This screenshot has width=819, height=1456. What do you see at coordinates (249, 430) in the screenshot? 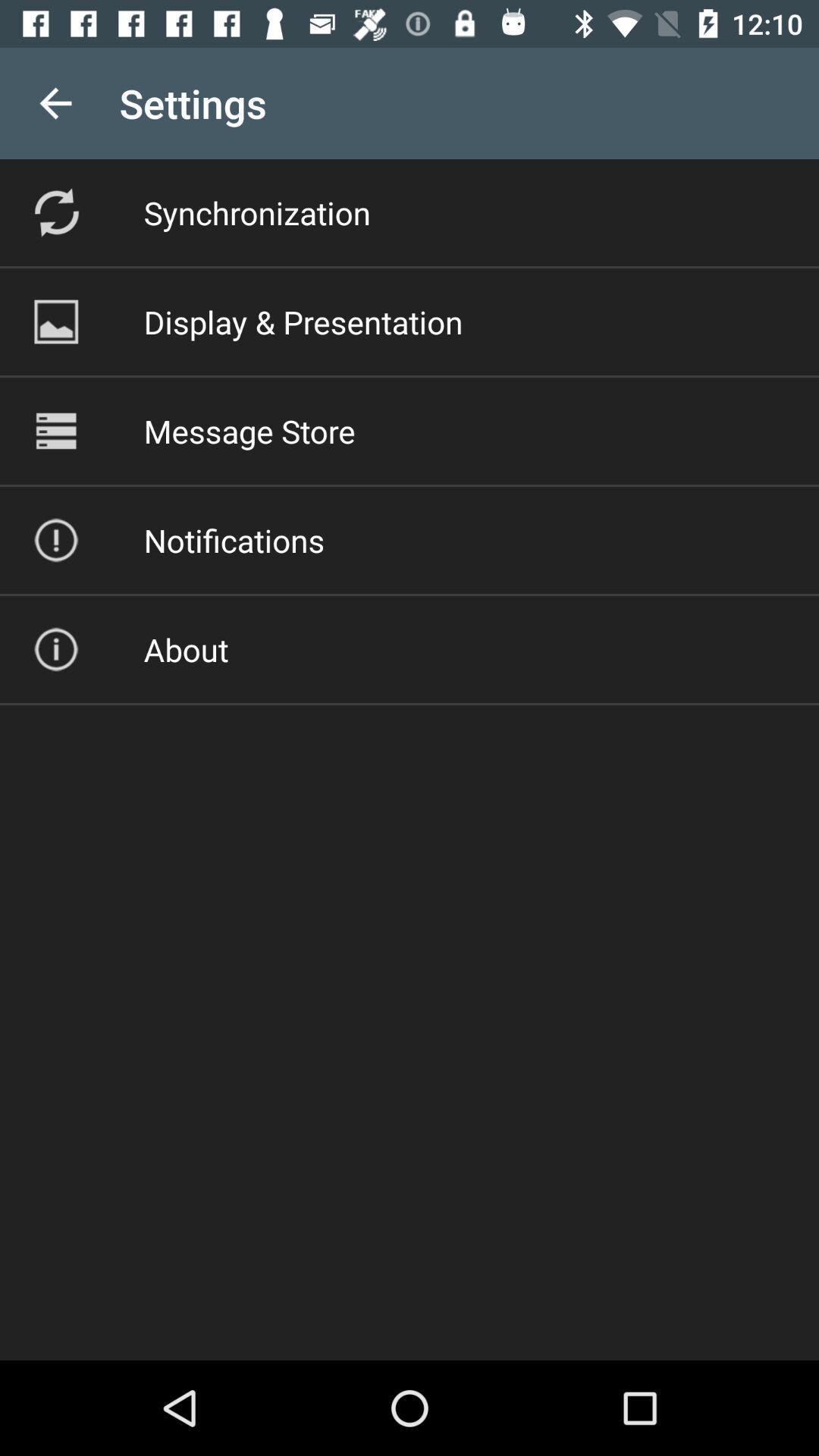
I see `the item above the notifications` at bounding box center [249, 430].